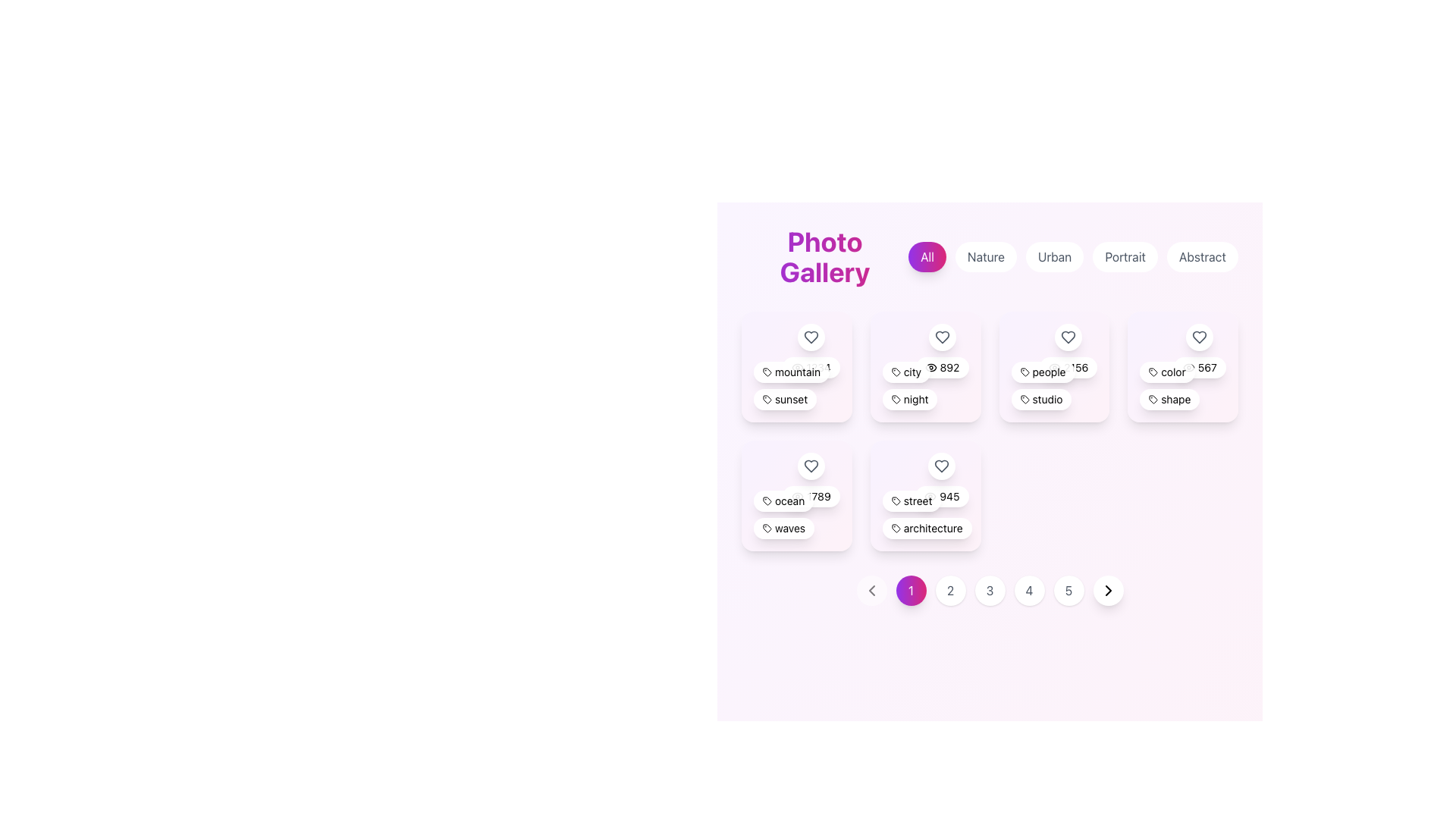  What do you see at coordinates (896, 527) in the screenshot?
I see `the architecture icon located to the left of the text 'architecture' in the lower section of the grid layout` at bounding box center [896, 527].